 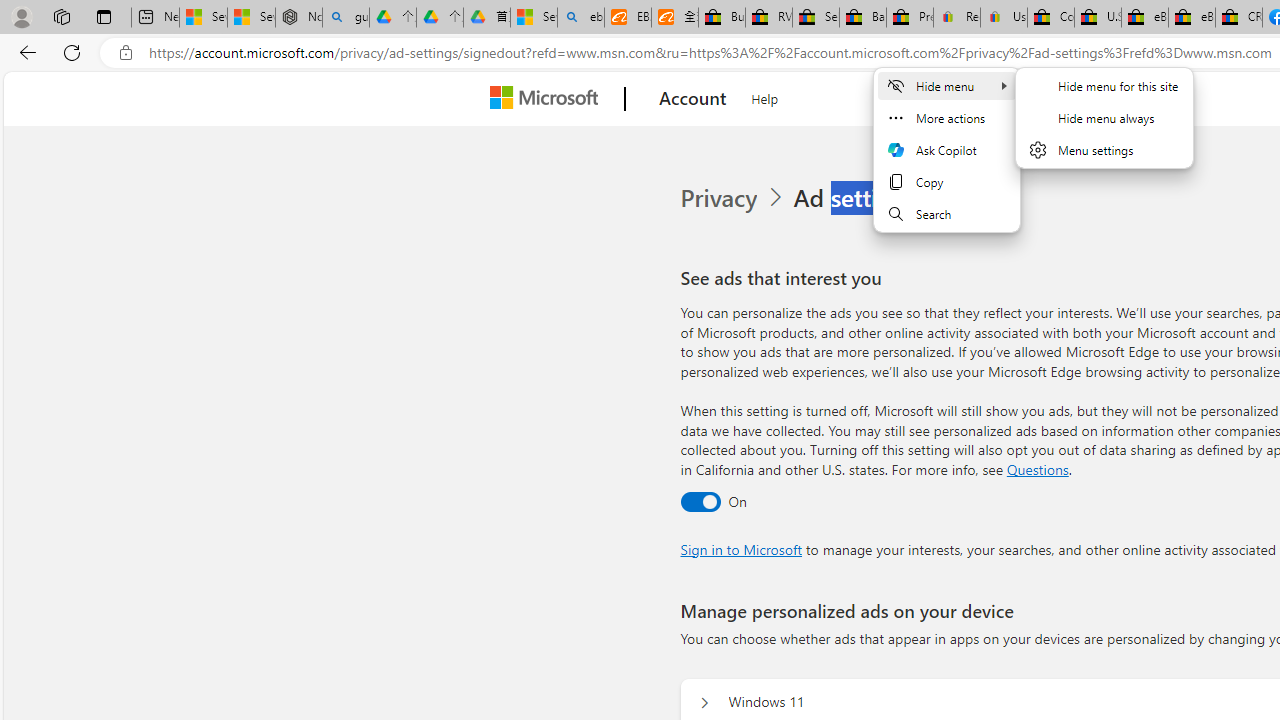 What do you see at coordinates (1103, 118) in the screenshot?
I see `'Hide menu always'` at bounding box center [1103, 118].